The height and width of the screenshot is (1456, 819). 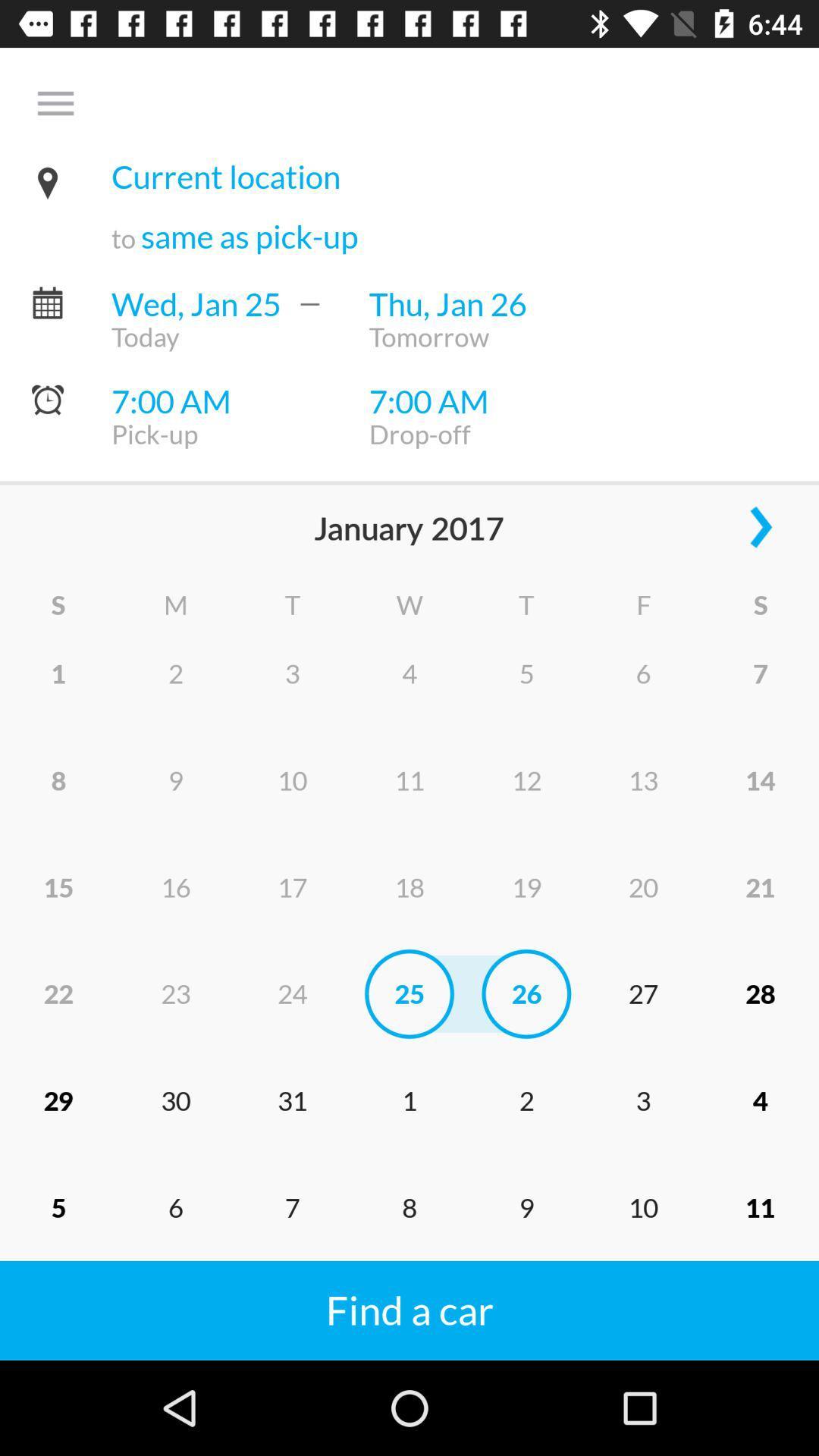 What do you see at coordinates (760, 537) in the screenshot?
I see `the arrow_forward icon` at bounding box center [760, 537].